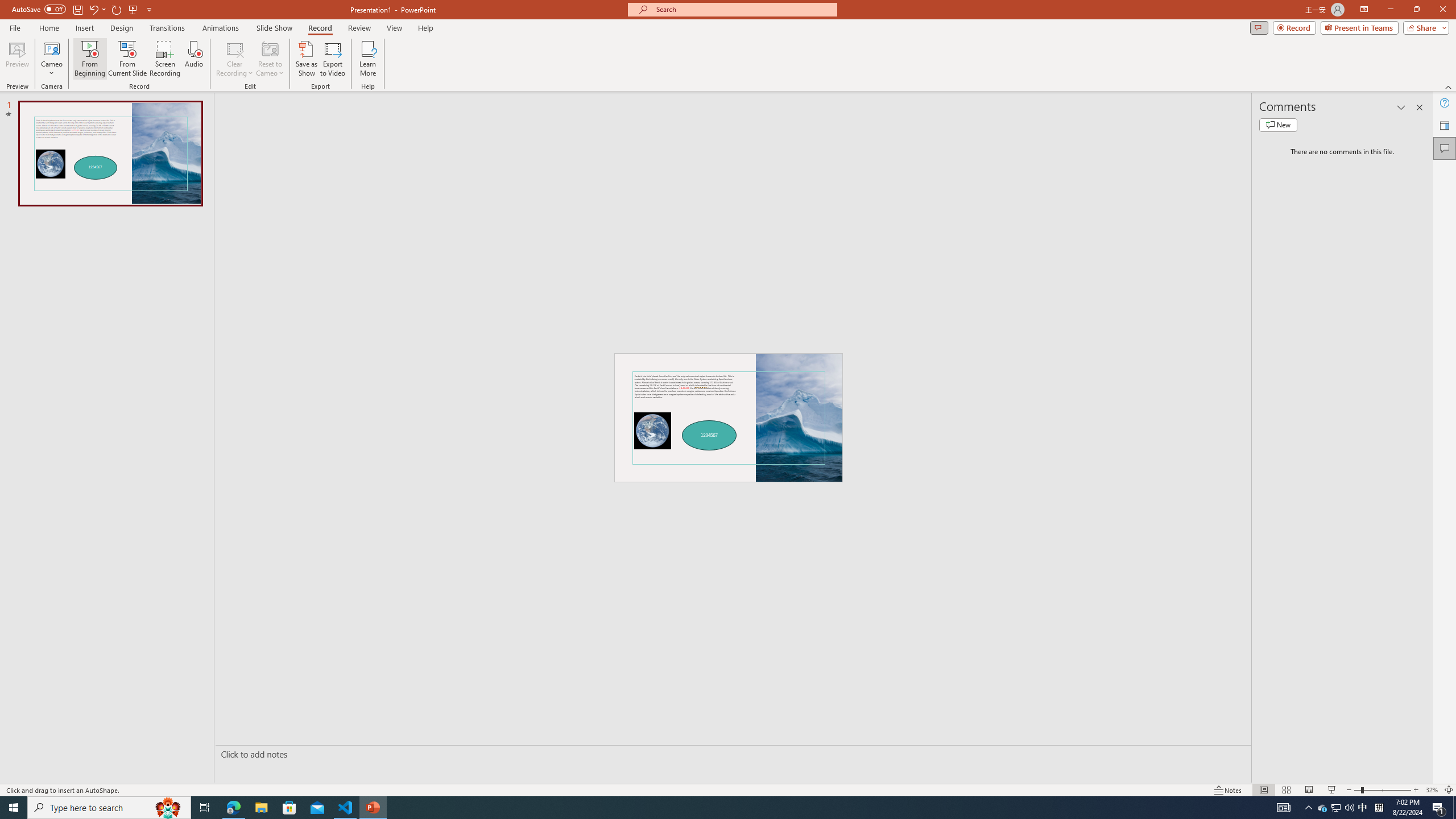  Describe the element at coordinates (234, 59) in the screenshot. I see `'Clear Recording'` at that location.